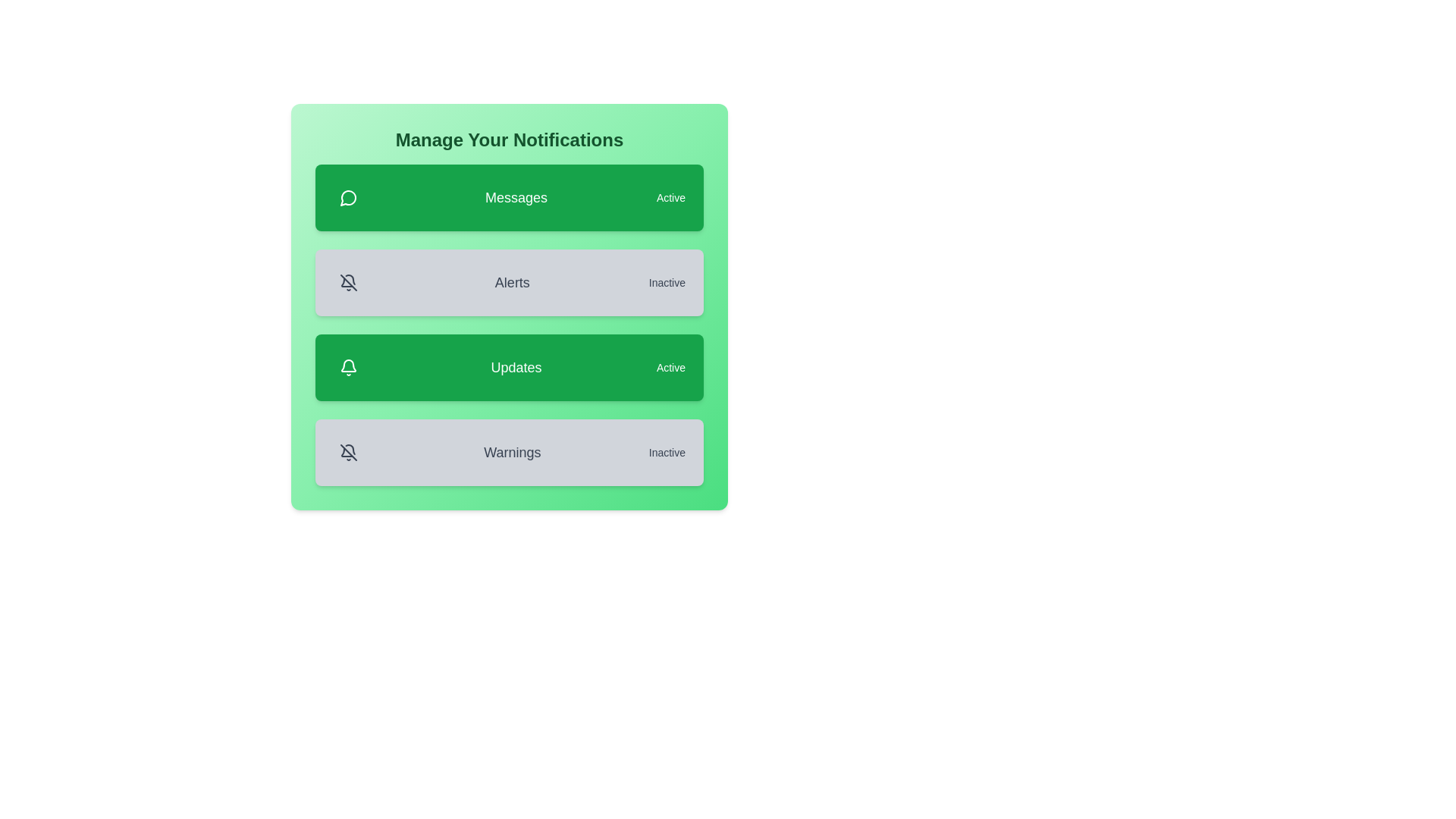  What do you see at coordinates (510, 283) in the screenshot?
I see `the notification card for Alerts` at bounding box center [510, 283].